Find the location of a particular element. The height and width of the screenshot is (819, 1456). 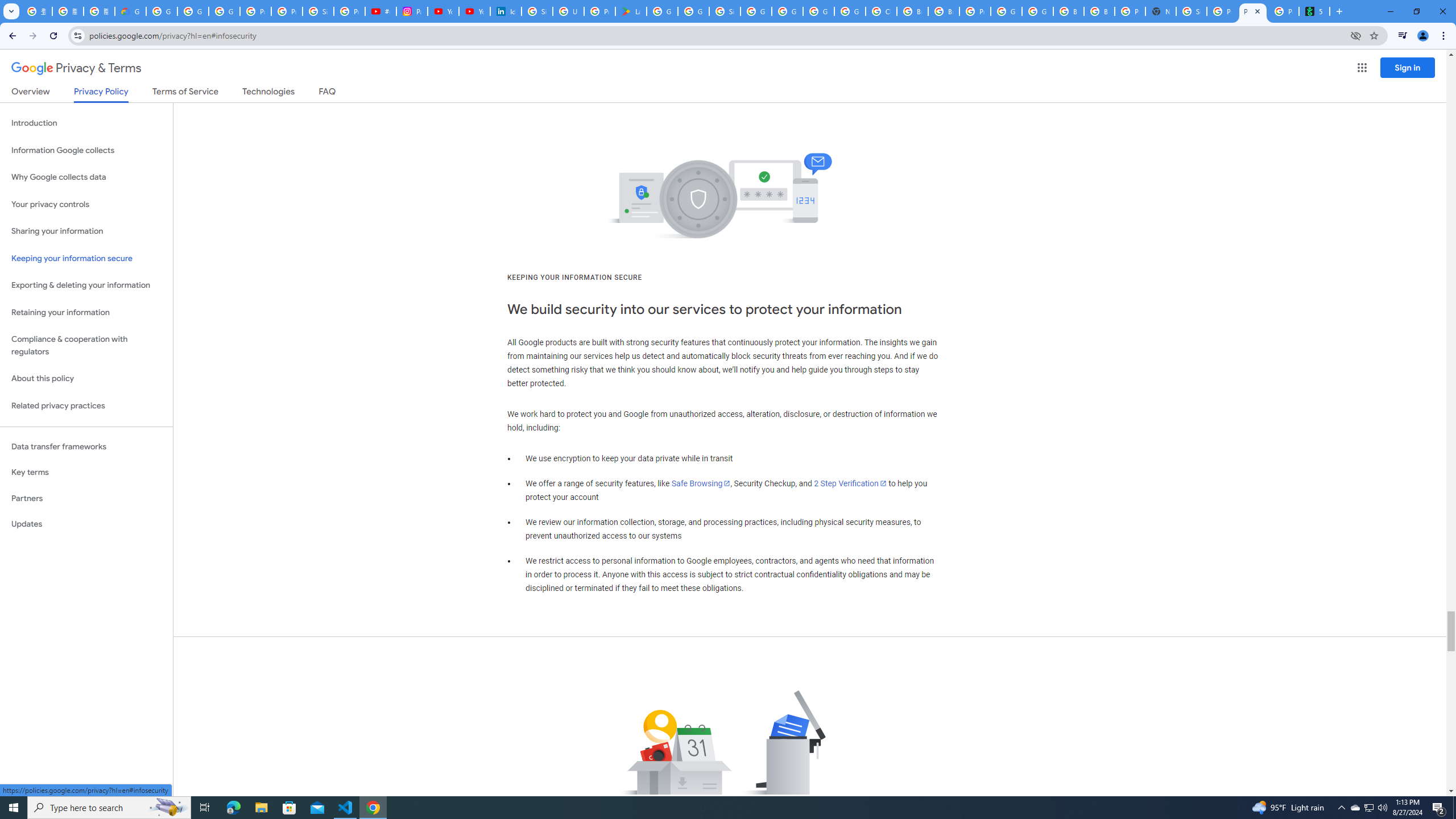

'Safe Browsing' is located at coordinates (700, 483).